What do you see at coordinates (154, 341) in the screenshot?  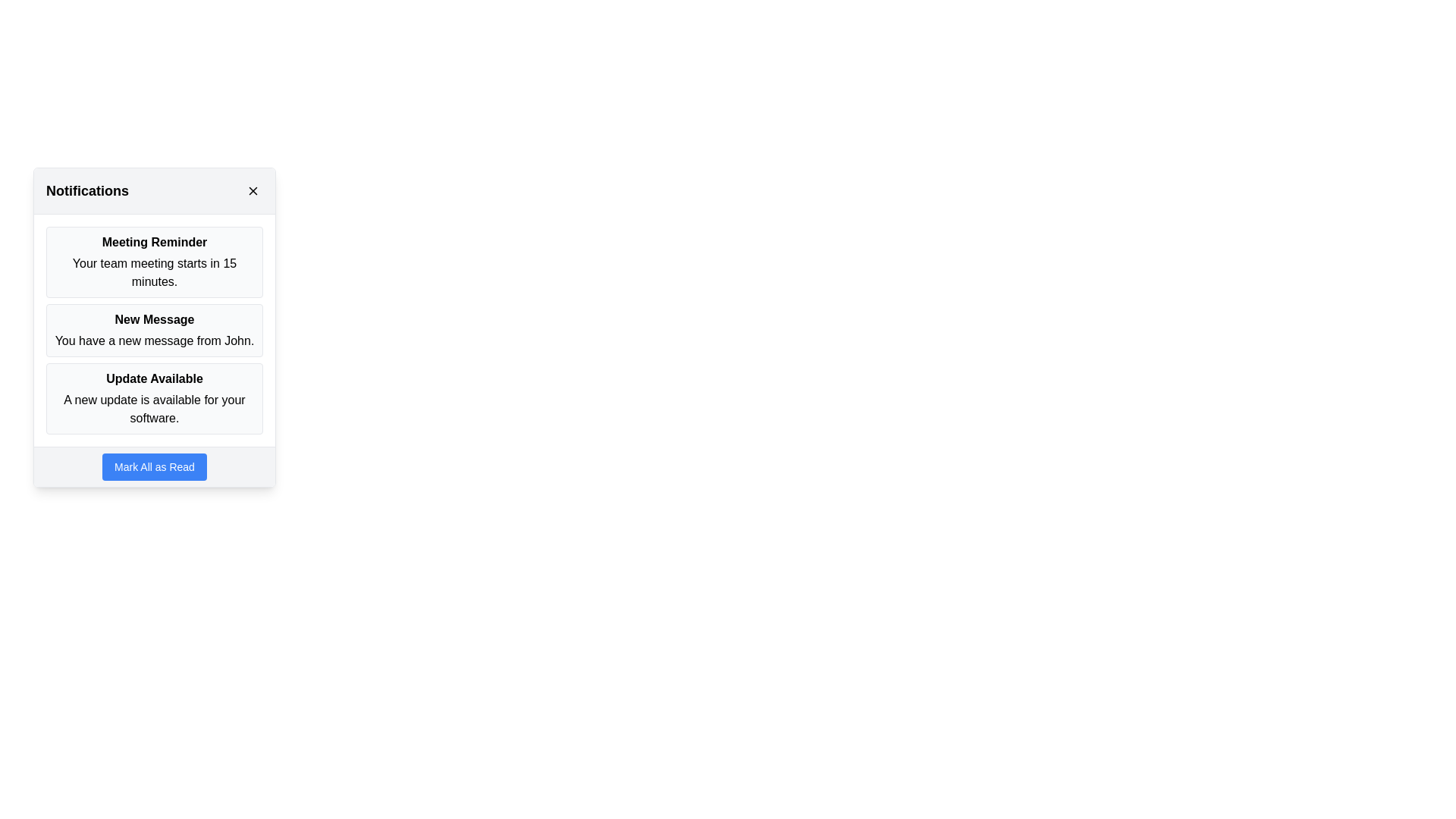 I see `notification text displayed as 'You have a new message from John.' located below the 'New Message' title in the notification UI` at bounding box center [154, 341].